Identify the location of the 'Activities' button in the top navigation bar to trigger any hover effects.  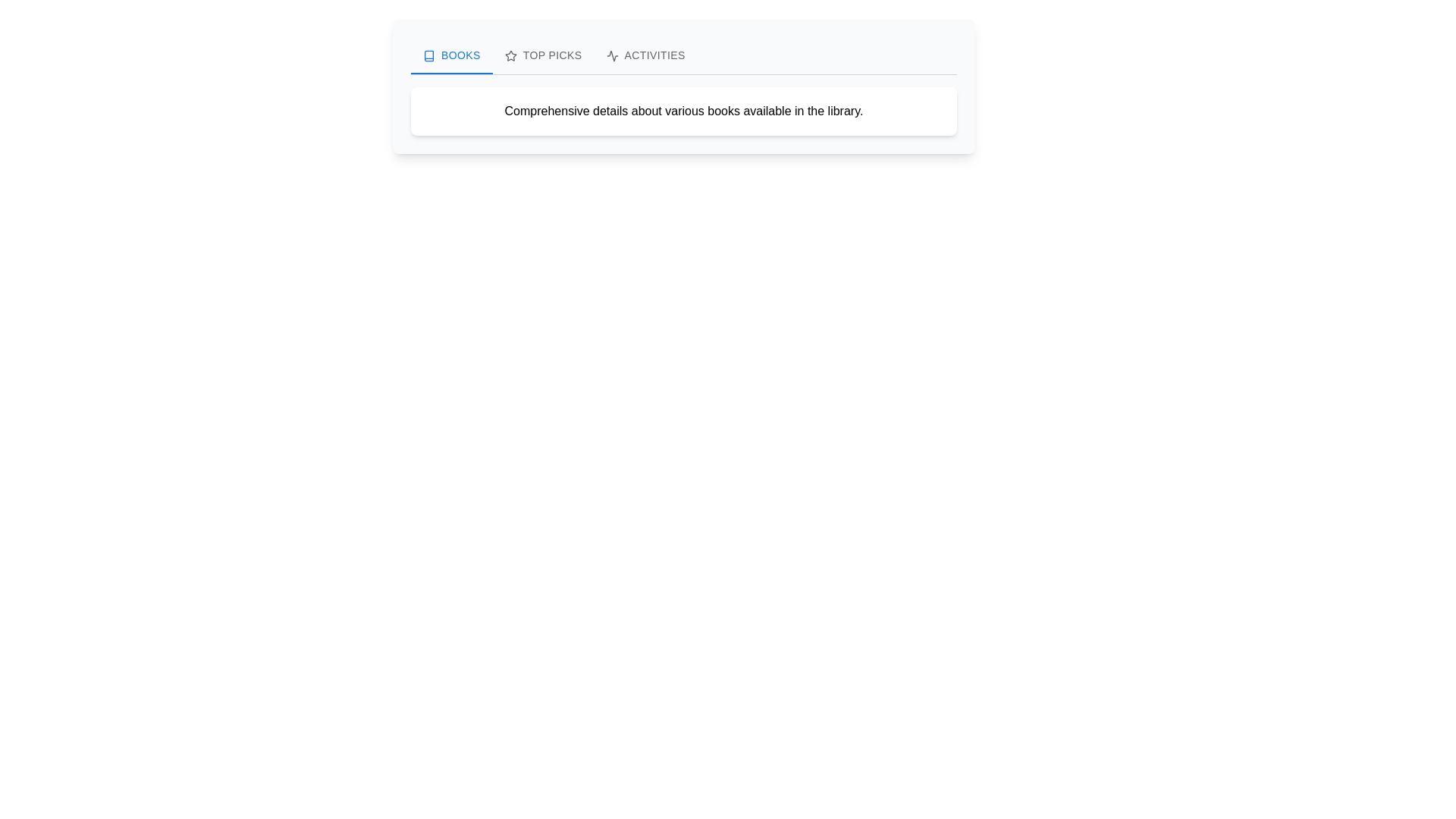
(645, 55).